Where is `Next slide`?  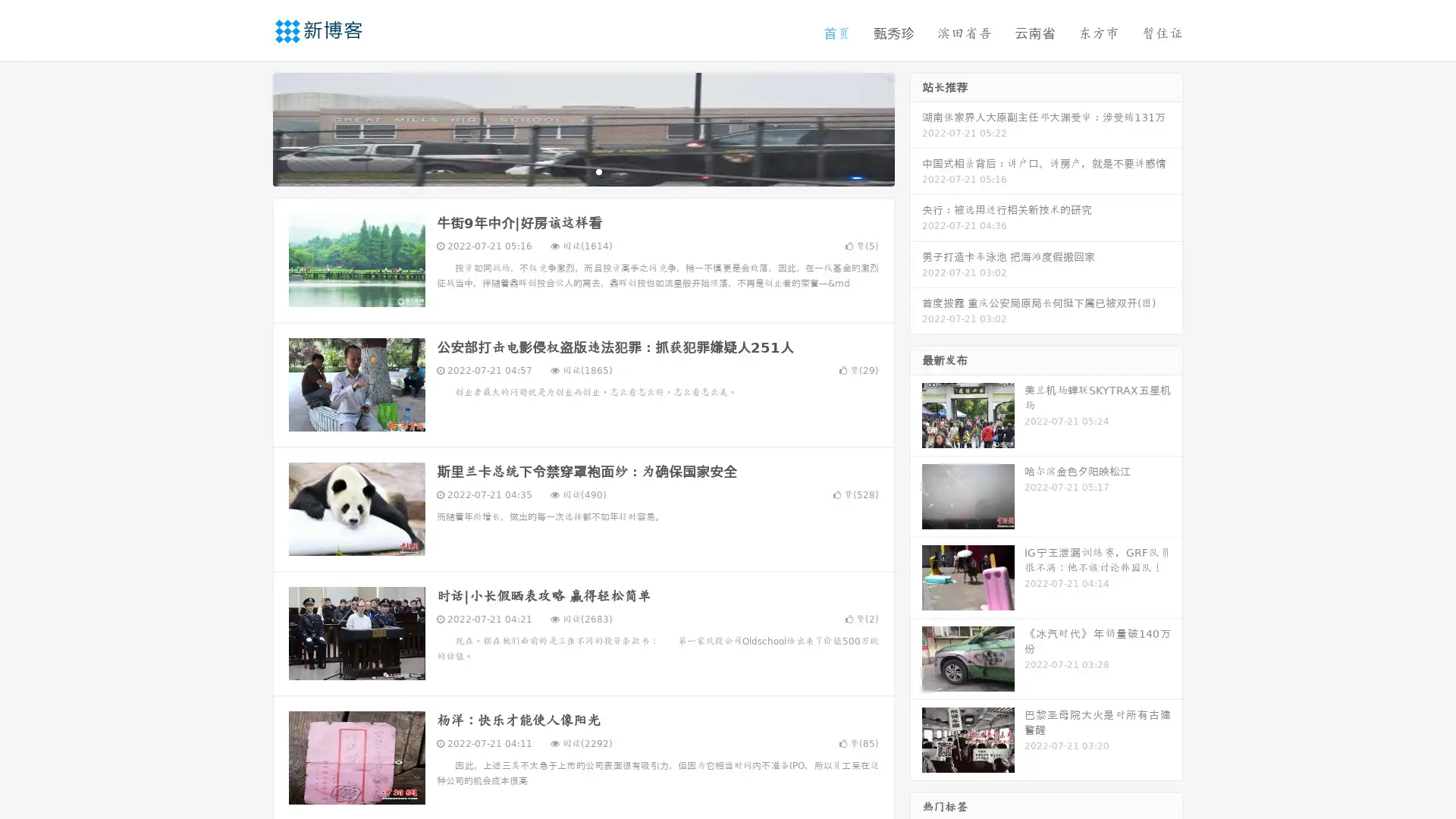
Next slide is located at coordinates (916, 127).